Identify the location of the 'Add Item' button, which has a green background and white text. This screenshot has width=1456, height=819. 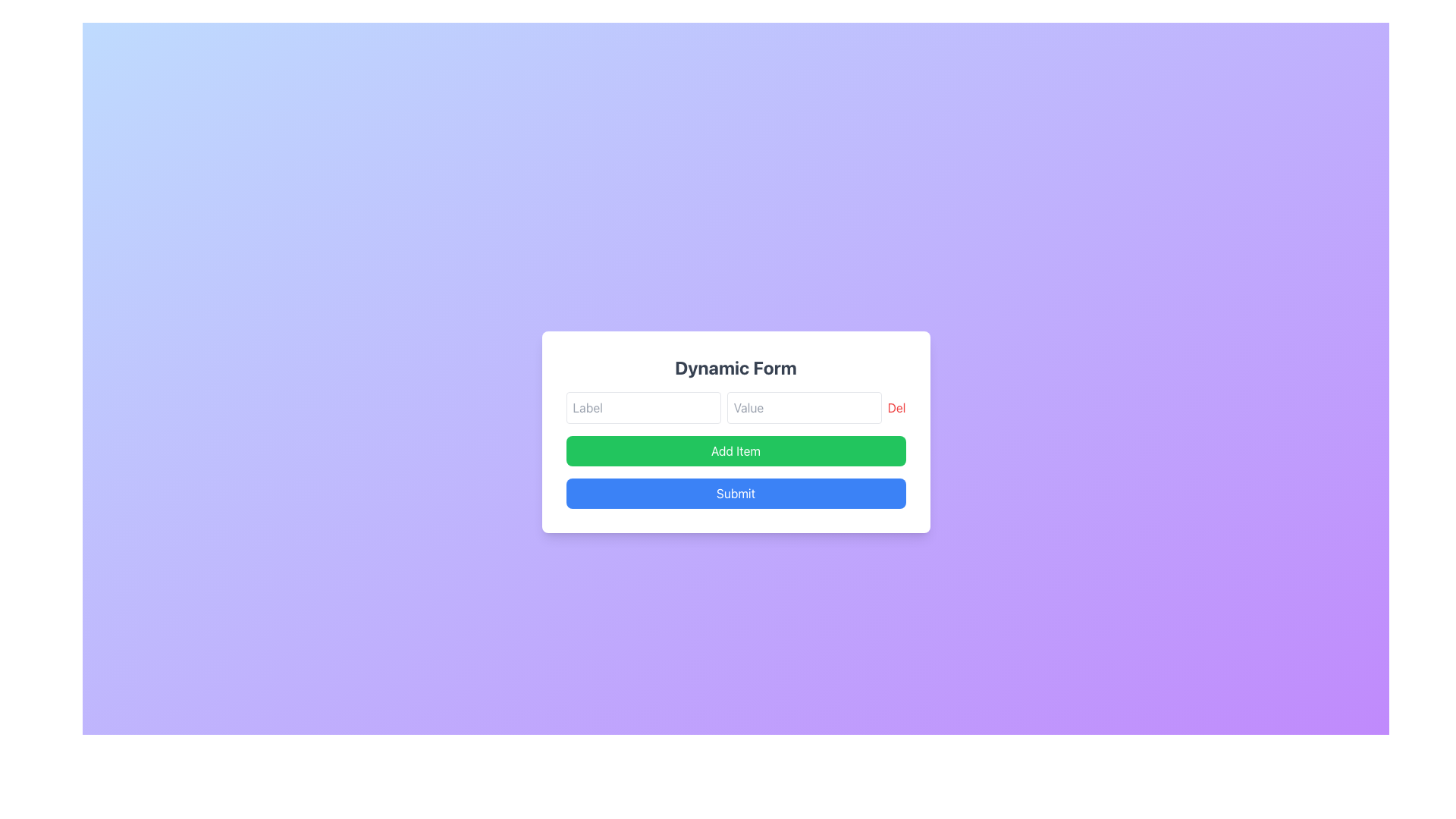
(736, 450).